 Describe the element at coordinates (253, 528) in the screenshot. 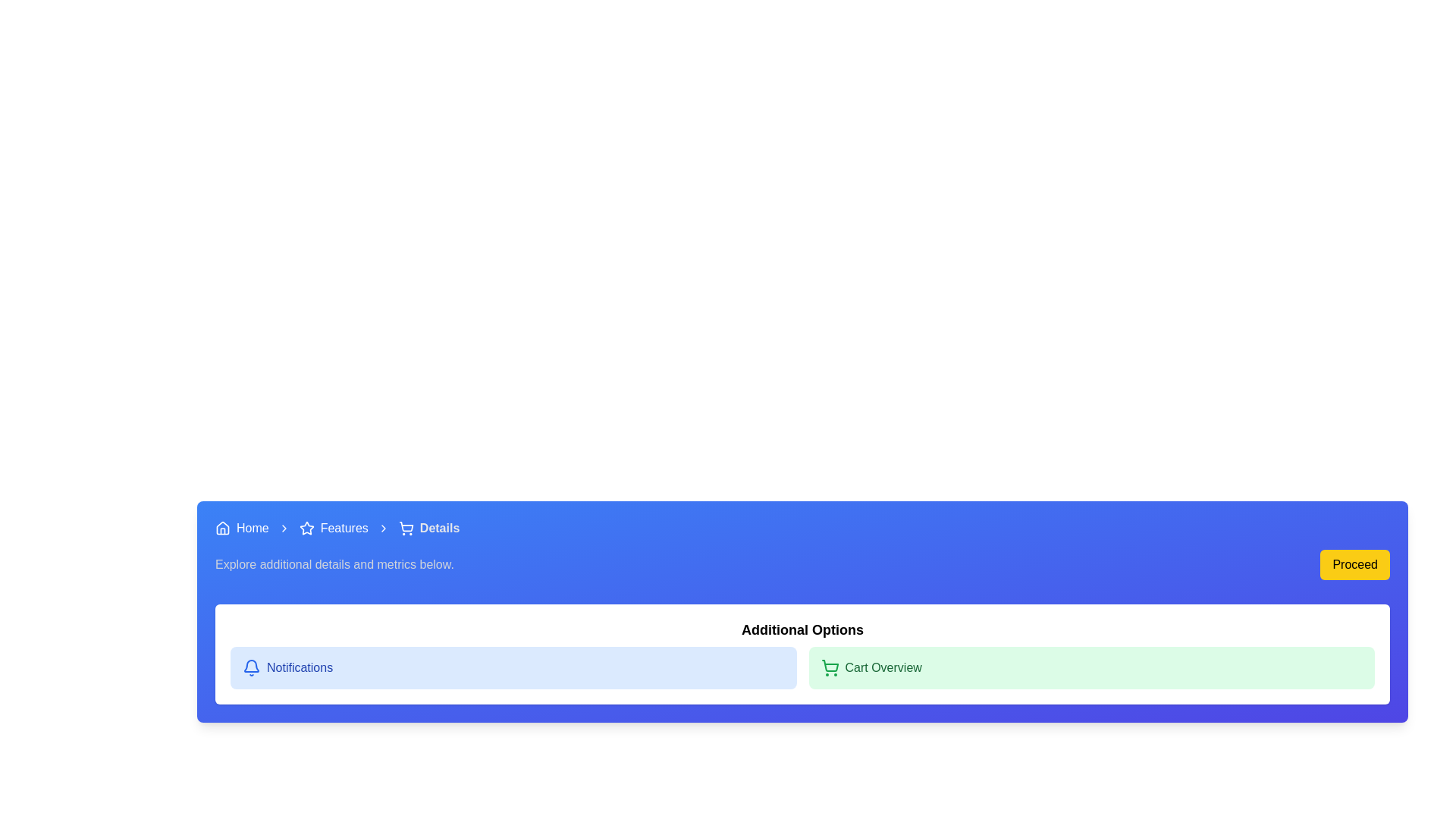

I see `the 'Home' hyperlink in the navigation bar` at that location.